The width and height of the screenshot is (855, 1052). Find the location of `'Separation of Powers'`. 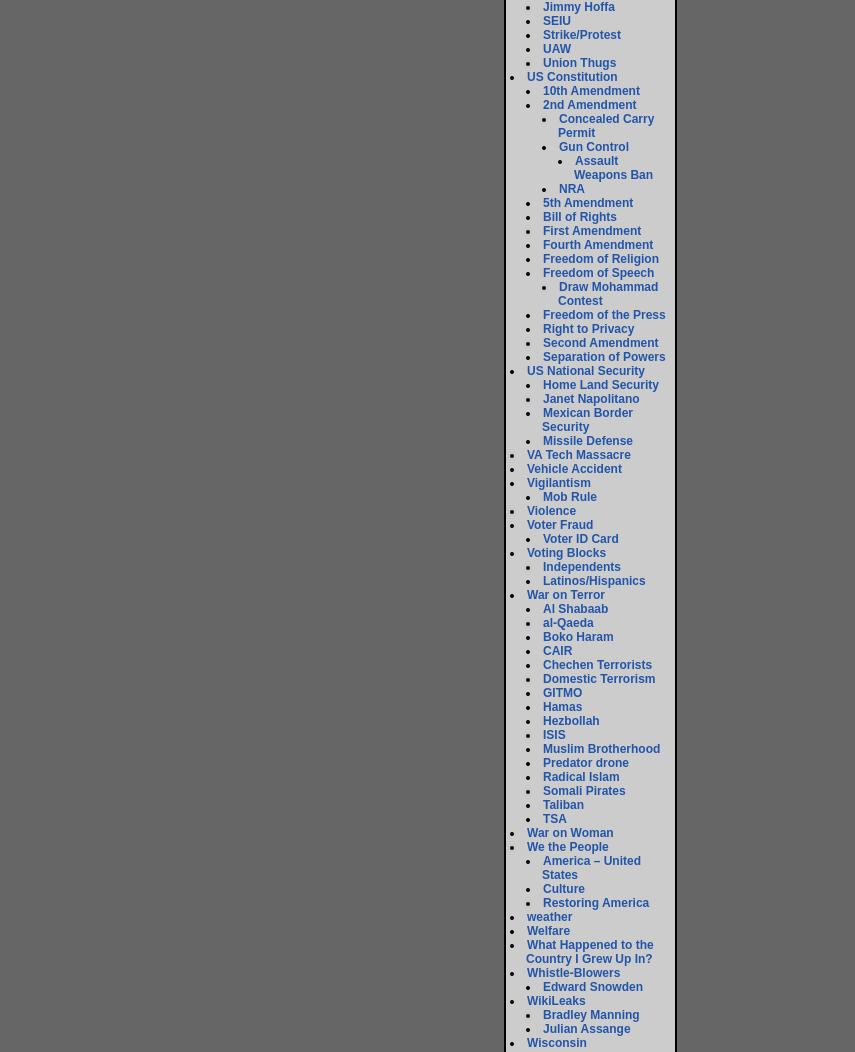

'Separation of Powers' is located at coordinates (543, 357).